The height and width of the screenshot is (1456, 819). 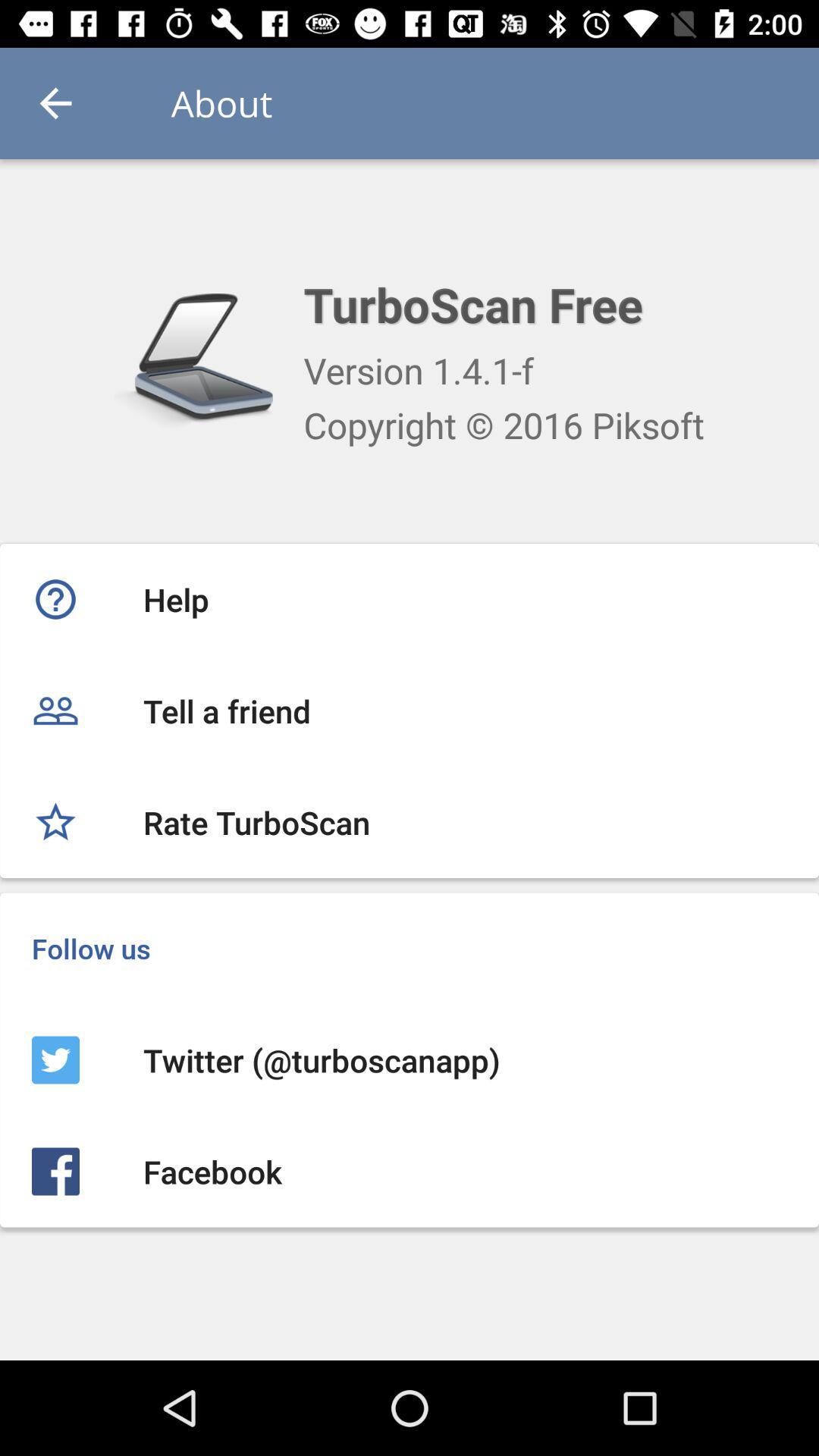 I want to click on help icon, so click(x=409, y=598).